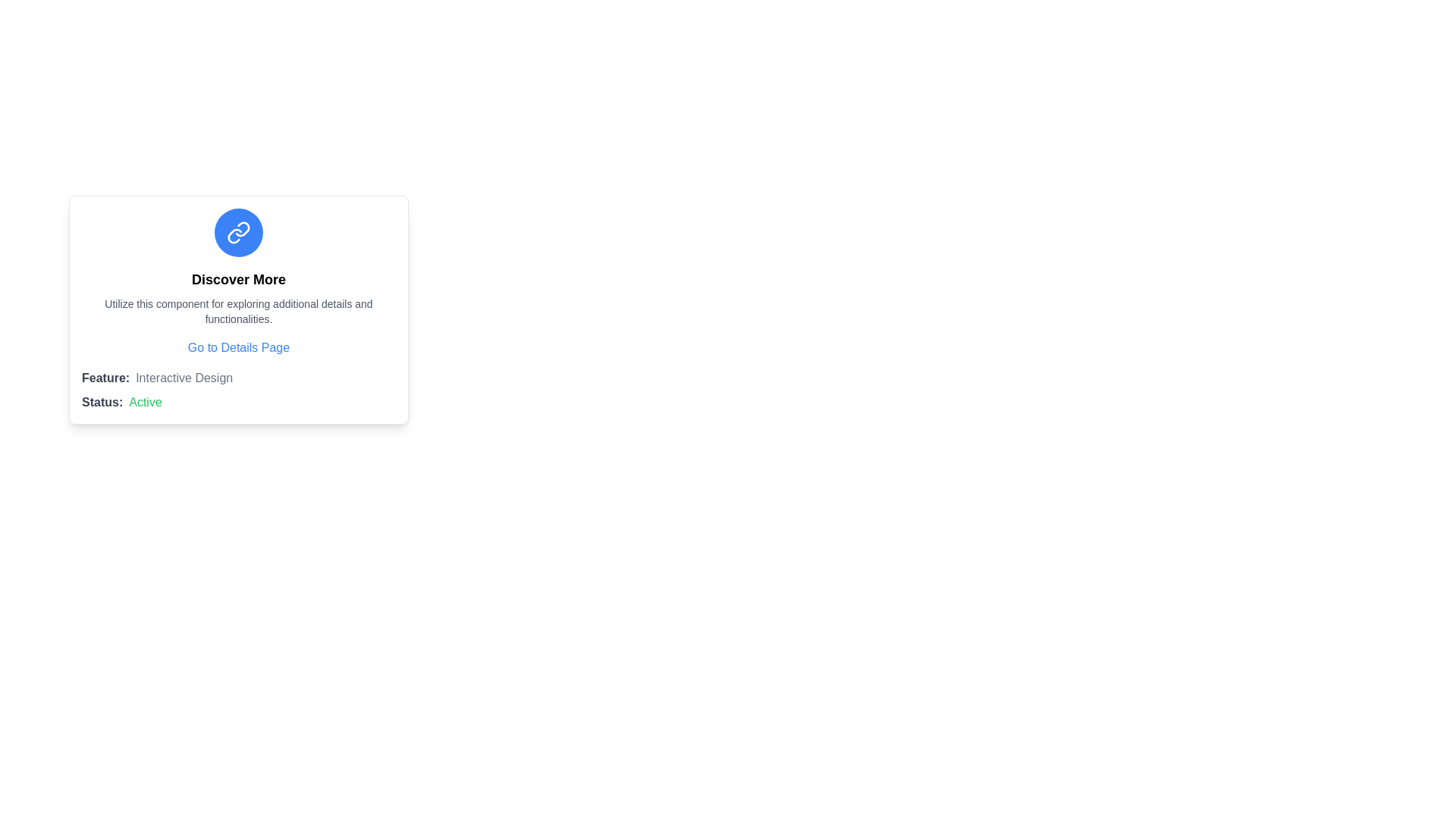 Image resolution: width=1456 pixels, height=819 pixels. I want to click on the circular blue button with a white link chain icon located above the 'Discover More' heading, so click(238, 233).